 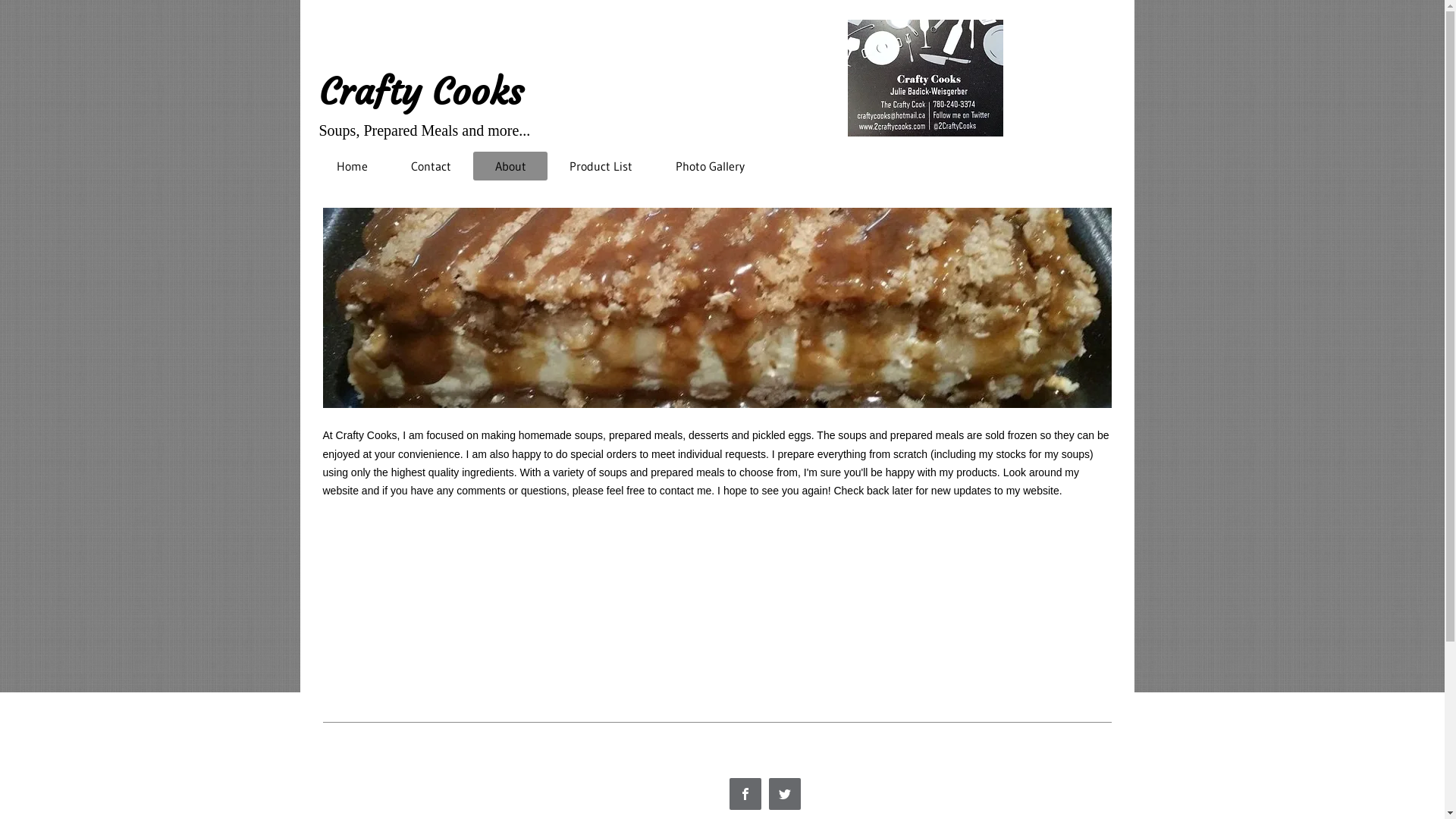 I want to click on 'Home', so click(x=352, y=166).